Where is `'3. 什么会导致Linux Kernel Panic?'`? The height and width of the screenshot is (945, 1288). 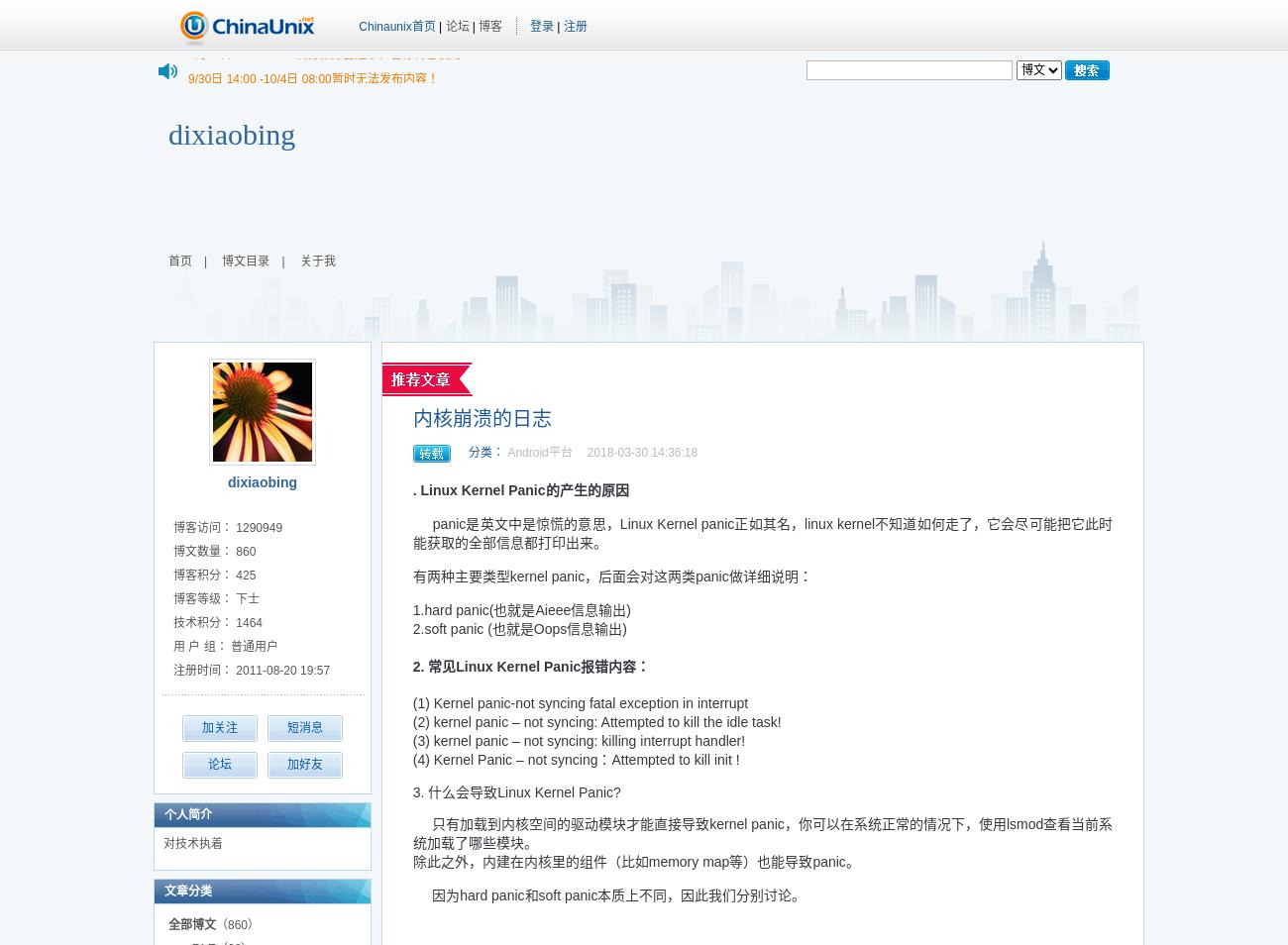
'3. 什么会导致Linux Kernel Panic?' is located at coordinates (412, 792).